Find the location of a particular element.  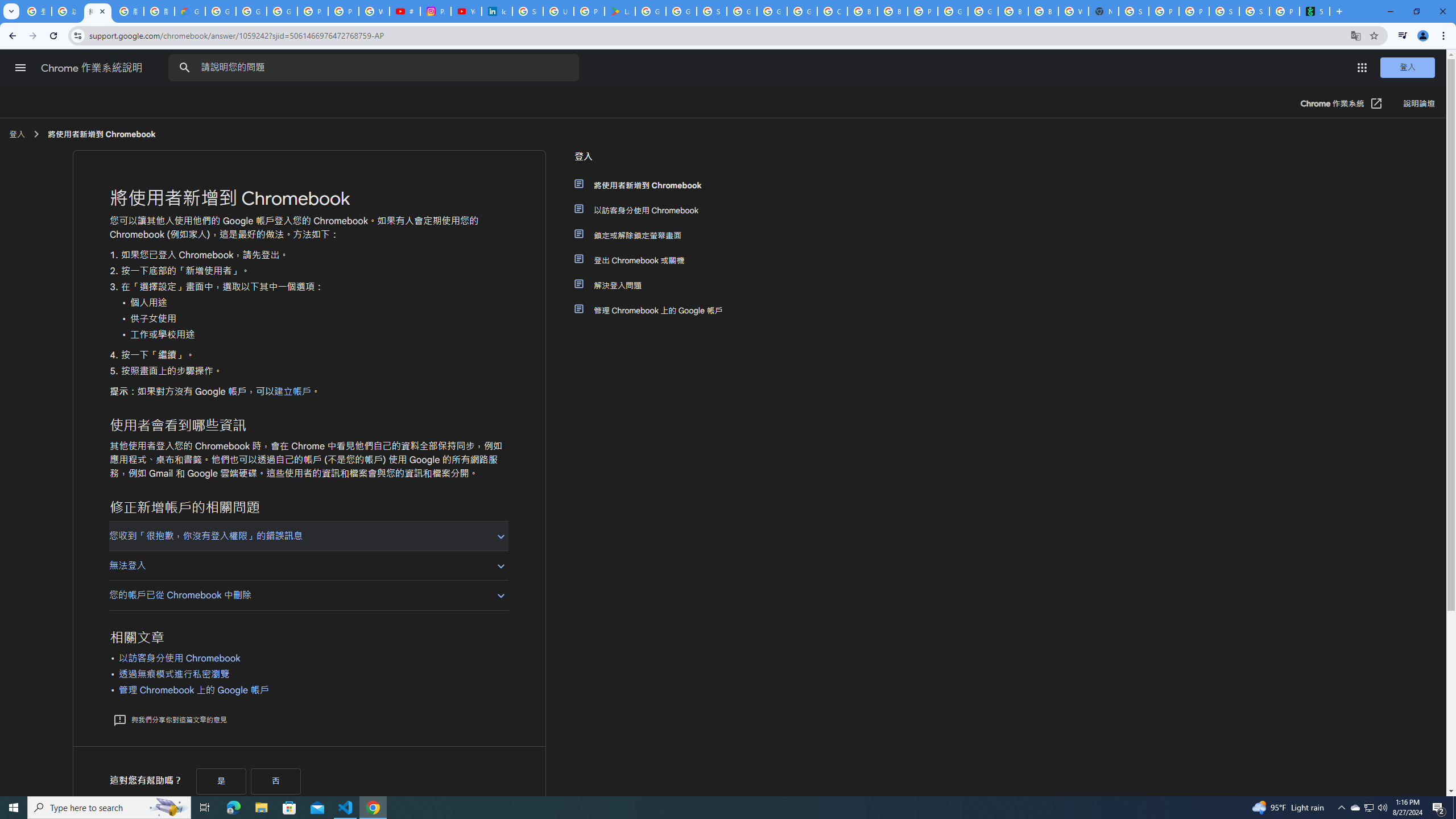

'New Tab' is located at coordinates (1338, 11).